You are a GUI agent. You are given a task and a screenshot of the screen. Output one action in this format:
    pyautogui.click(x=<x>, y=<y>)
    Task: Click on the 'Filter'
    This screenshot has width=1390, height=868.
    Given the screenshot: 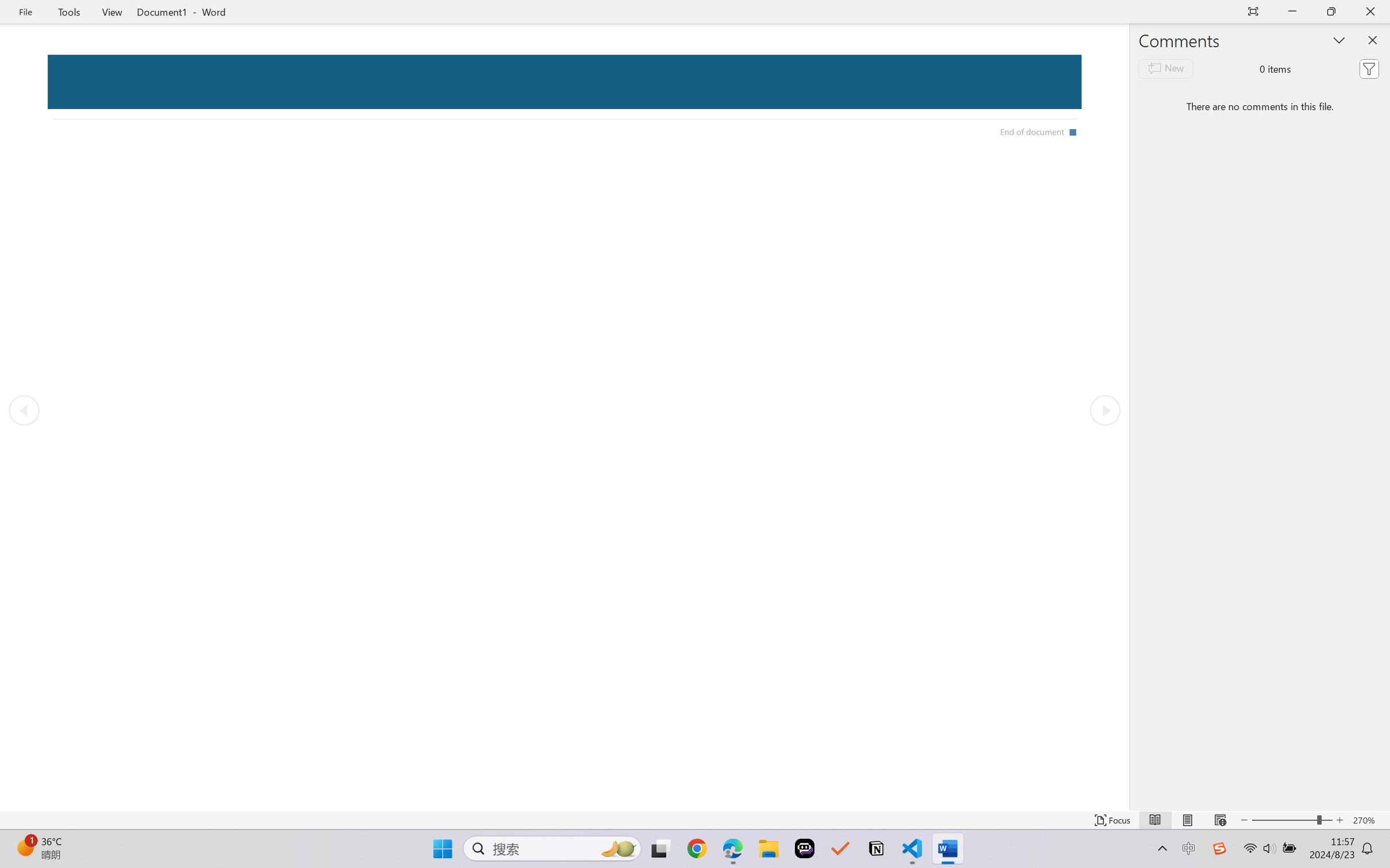 What is the action you would take?
    pyautogui.click(x=1369, y=69)
    